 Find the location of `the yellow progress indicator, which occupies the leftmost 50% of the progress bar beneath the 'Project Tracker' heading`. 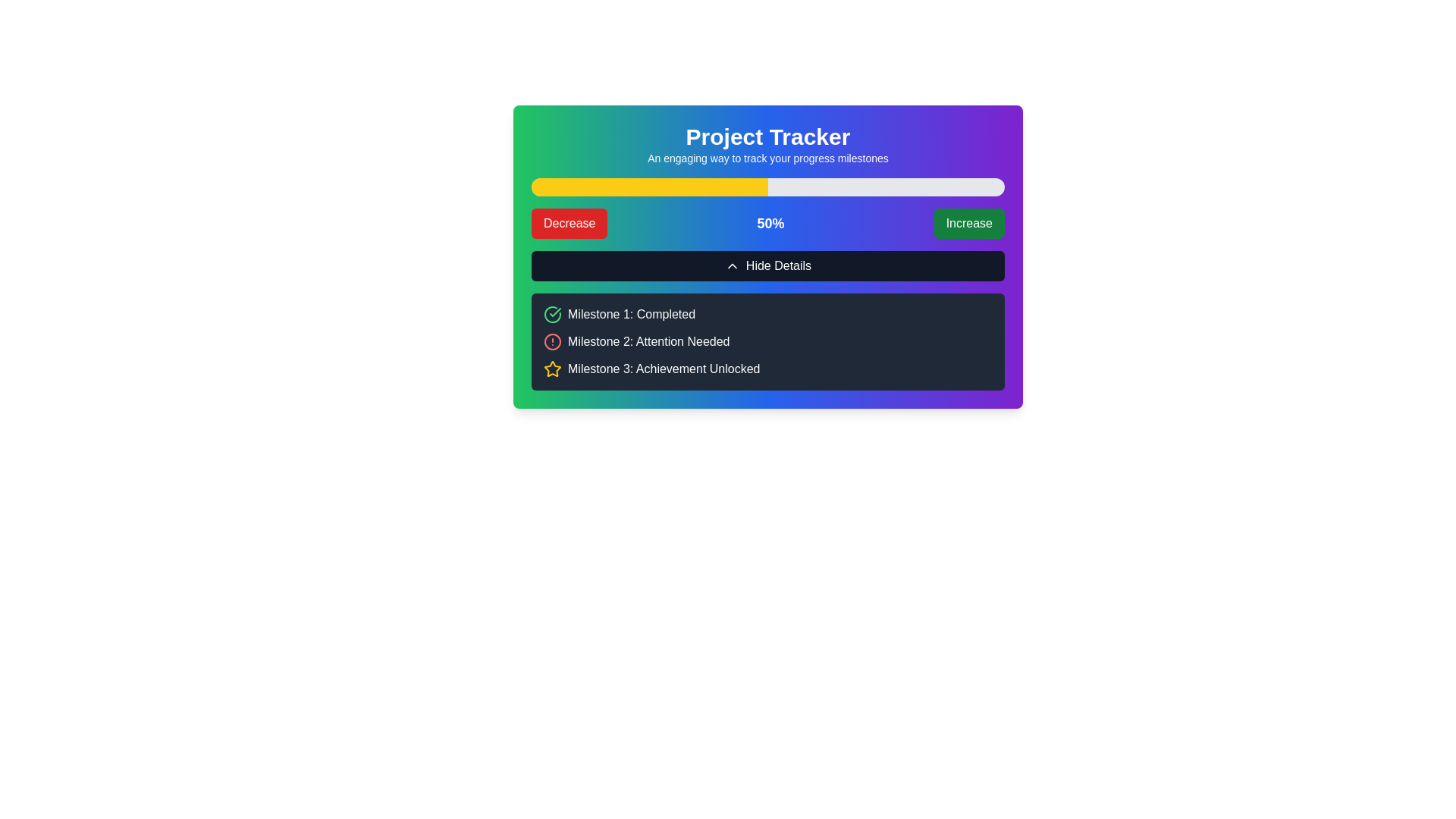

the yellow progress indicator, which occupies the leftmost 50% of the progress bar beneath the 'Project Tracker' heading is located at coordinates (650, 186).